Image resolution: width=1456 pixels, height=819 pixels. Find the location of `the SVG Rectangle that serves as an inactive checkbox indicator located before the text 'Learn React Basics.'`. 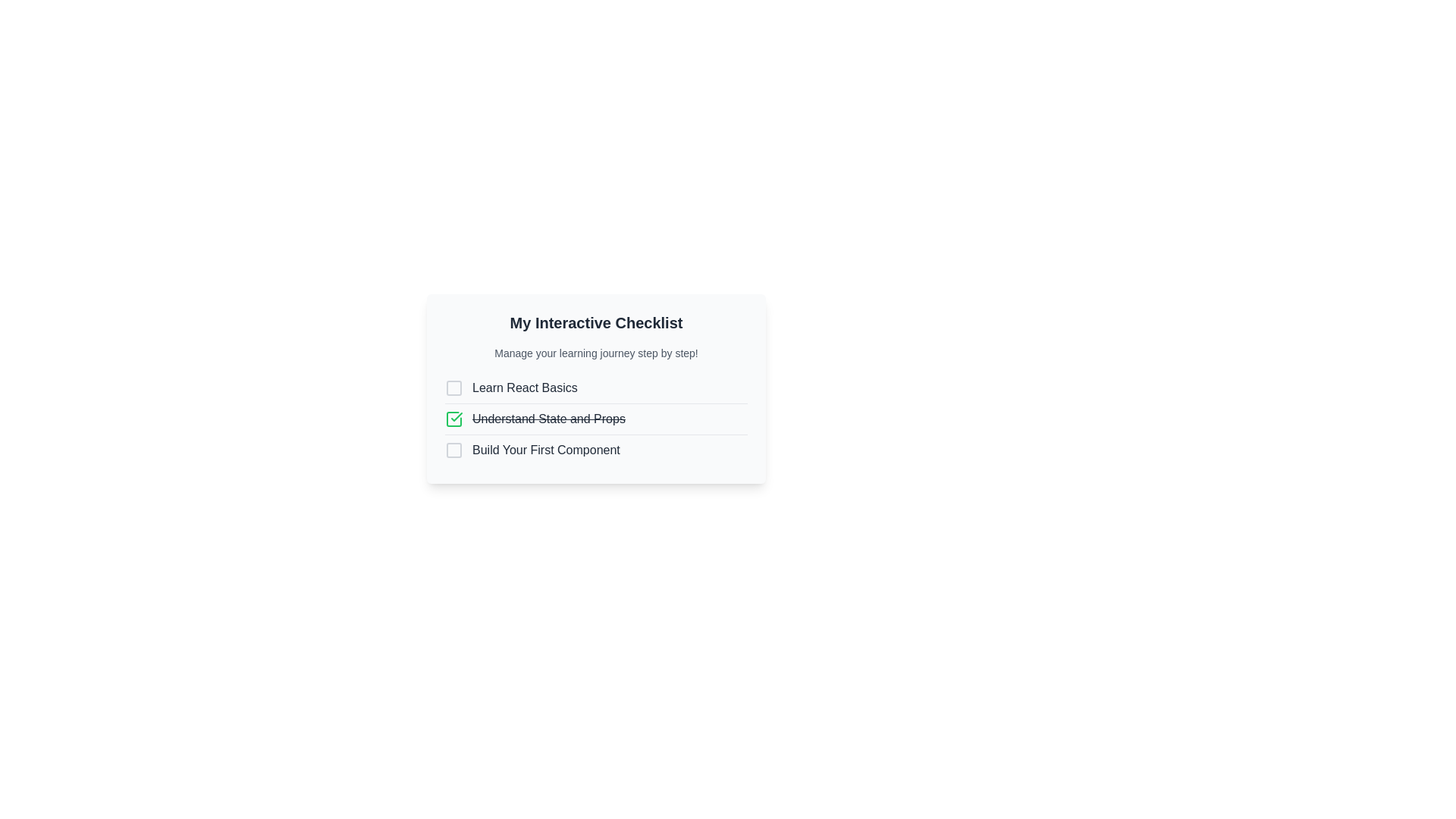

the SVG Rectangle that serves as an inactive checkbox indicator located before the text 'Learn React Basics.' is located at coordinates (453, 388).